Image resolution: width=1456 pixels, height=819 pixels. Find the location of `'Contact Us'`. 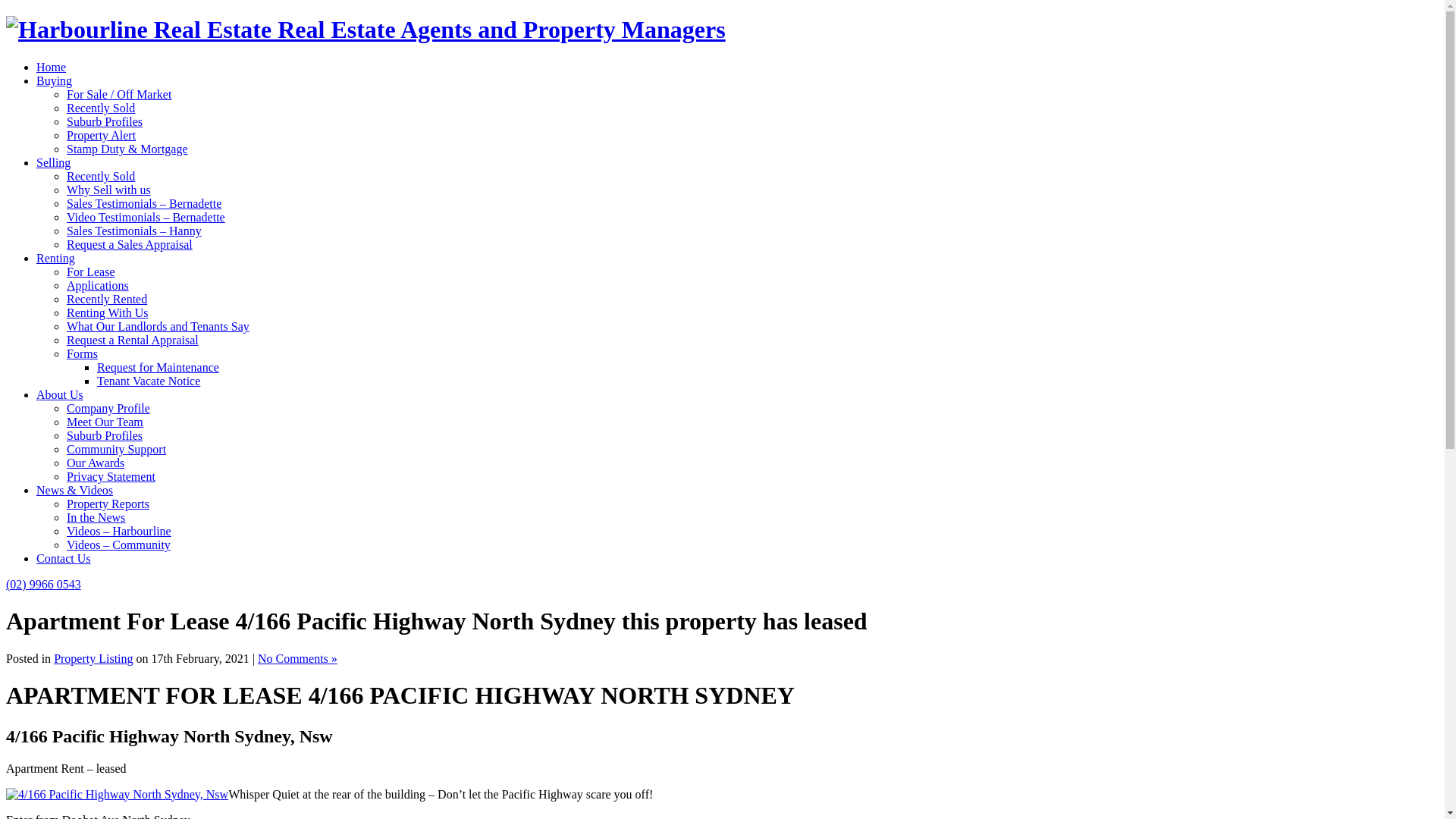

'Contact Us' is located at coordinates (62, 558).